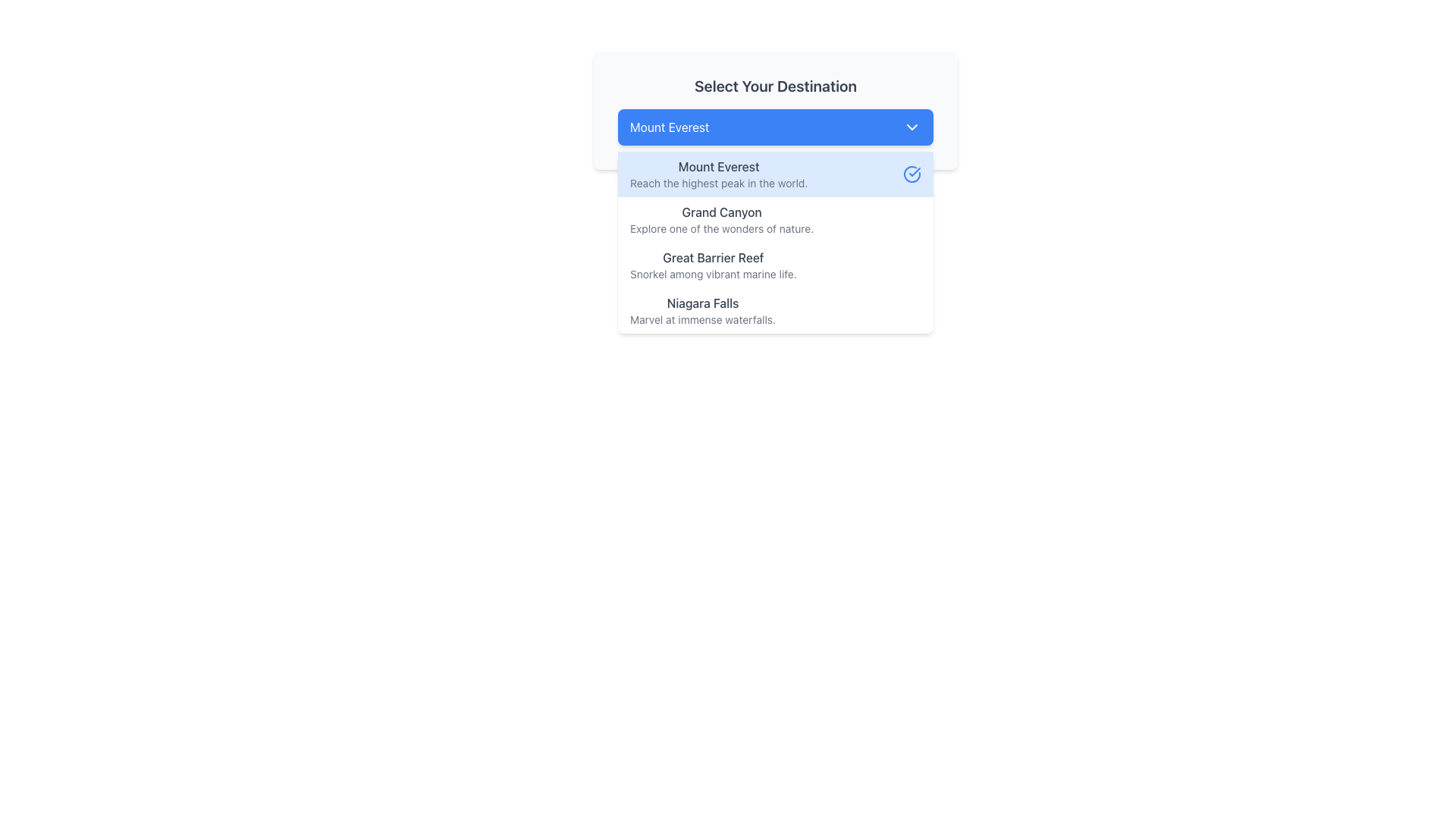  What do you see at coordinates (701, 309) in the screenshot?
I see `the text label displaying the travel destination name, which is the fourth entry in the dropdown menu` at bounding box center [701, 309].